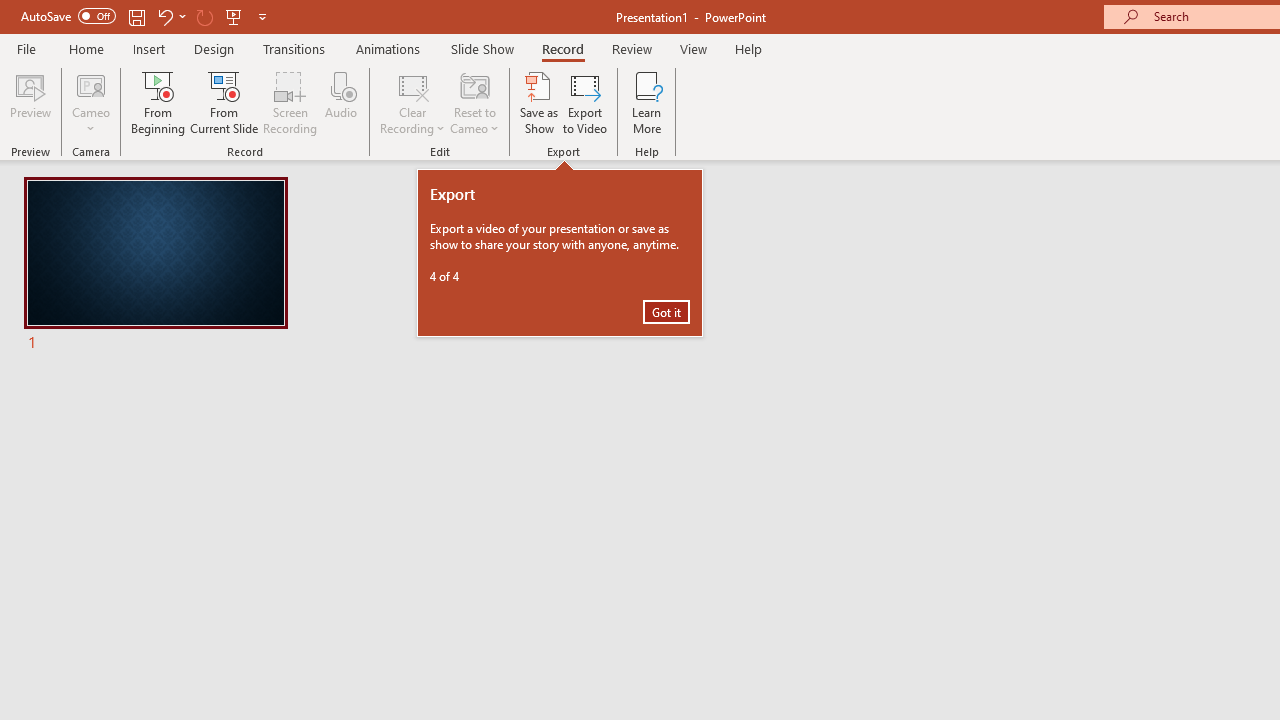 The width and height of the screenshot is (1280, 720). Describe the element at coordinates (539, 103) in the screenshot. I see `'Save as Show'` at that location.